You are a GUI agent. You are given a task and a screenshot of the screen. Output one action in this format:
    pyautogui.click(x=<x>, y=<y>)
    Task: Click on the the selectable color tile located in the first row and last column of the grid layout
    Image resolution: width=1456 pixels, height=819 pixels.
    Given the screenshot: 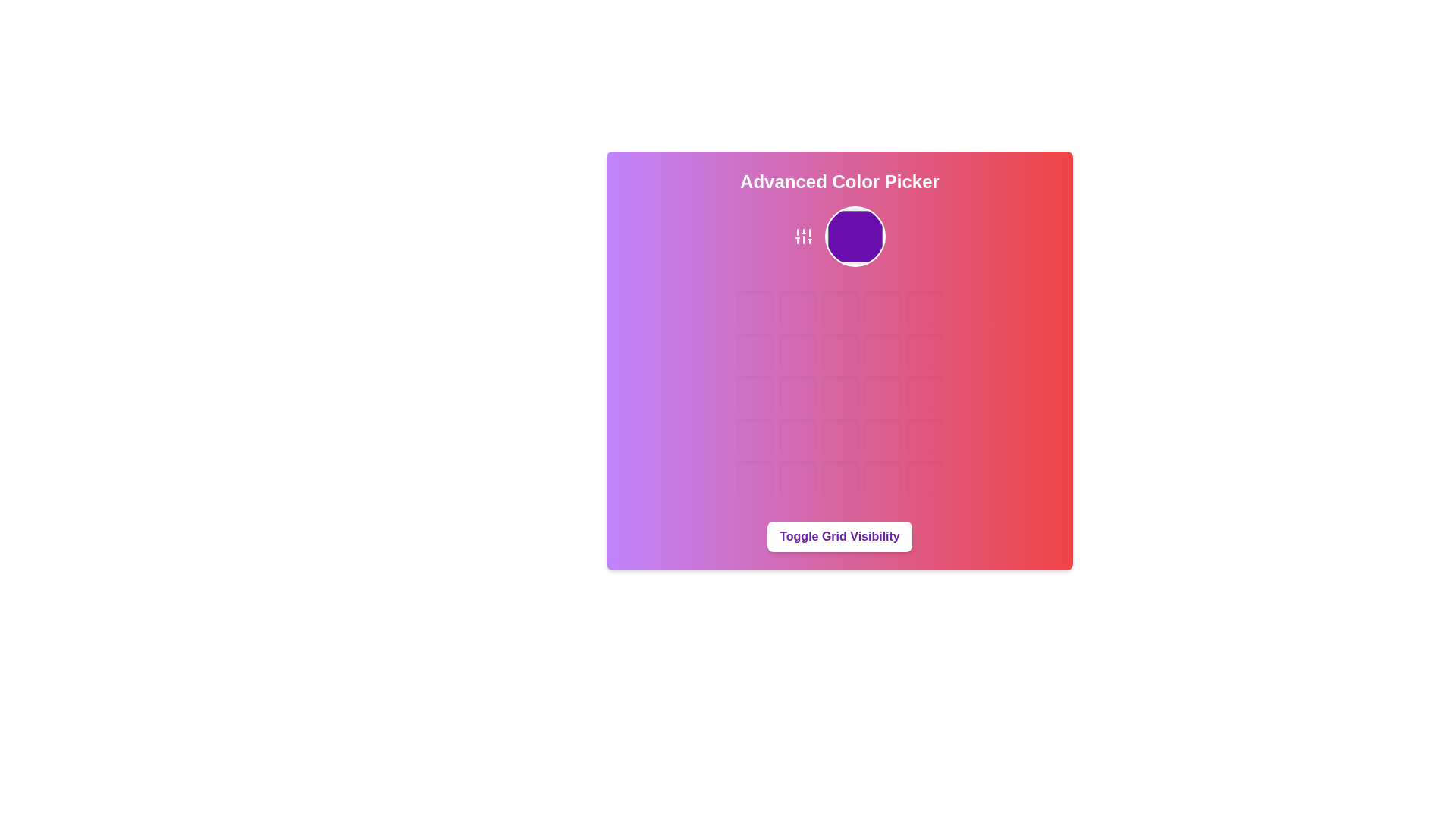 What is the action you would take?
    pyautogui.click(x=924, y=309)
    